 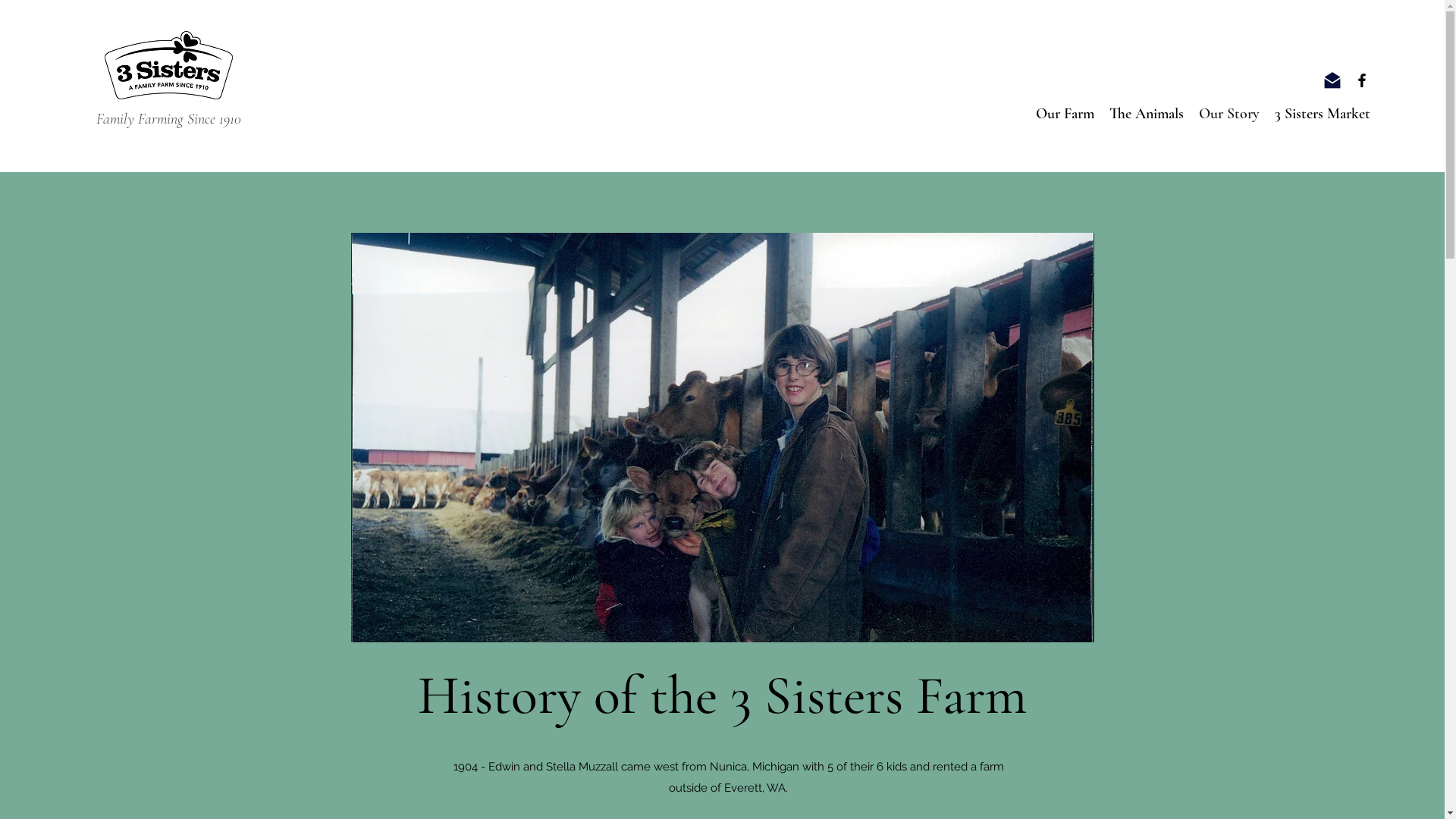 What do you see at coordinates (1266, 113) in the screenshot?
I see `'3 Sisters Market'` at bounding box center [1266, 113].